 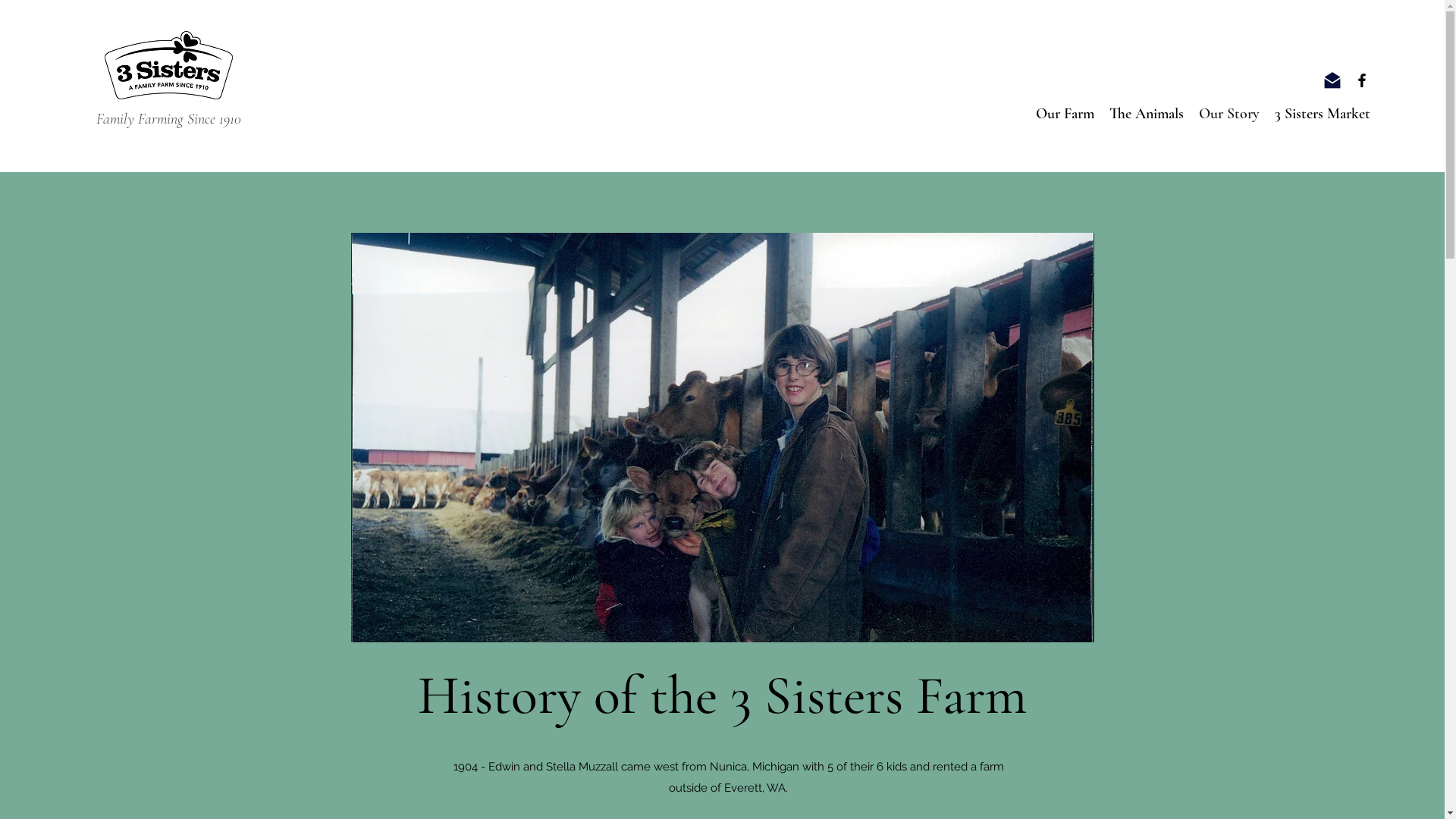 What do you see at coordinates (1266, 113) in the screenshot?
I see `'3 Sisters Market'` at bounding box center [1266, 113].